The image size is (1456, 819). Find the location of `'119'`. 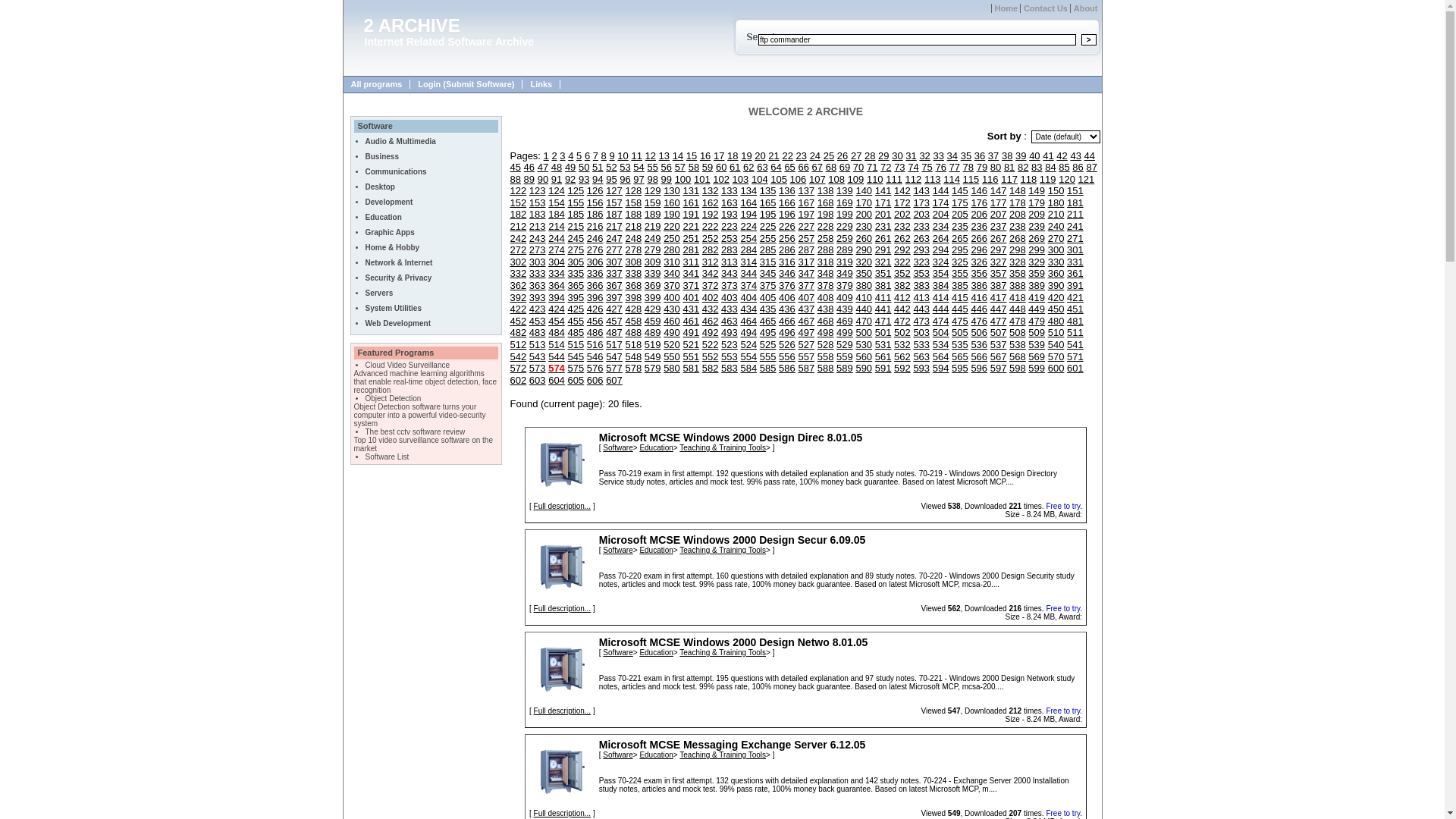

'119' is located at coordinates (1047, 178).